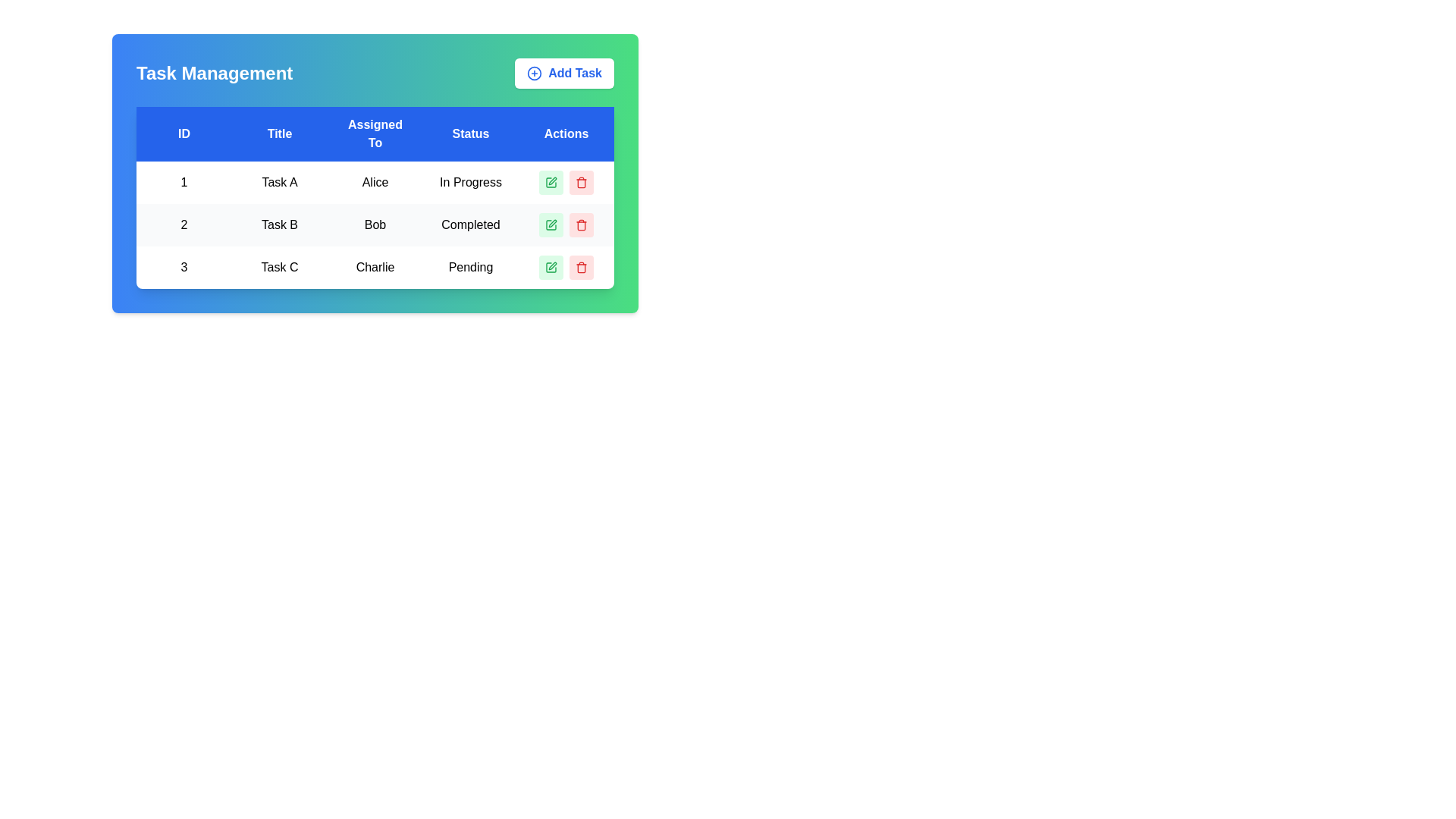 Image resolution: width=1456 pixels, height=819 pixels. What do you see at coordinates (581, 225) in the screenshot?
I see `the delete button located in the second row of the 'Actions' column of the task management interface` at bounding box center [581, 225].